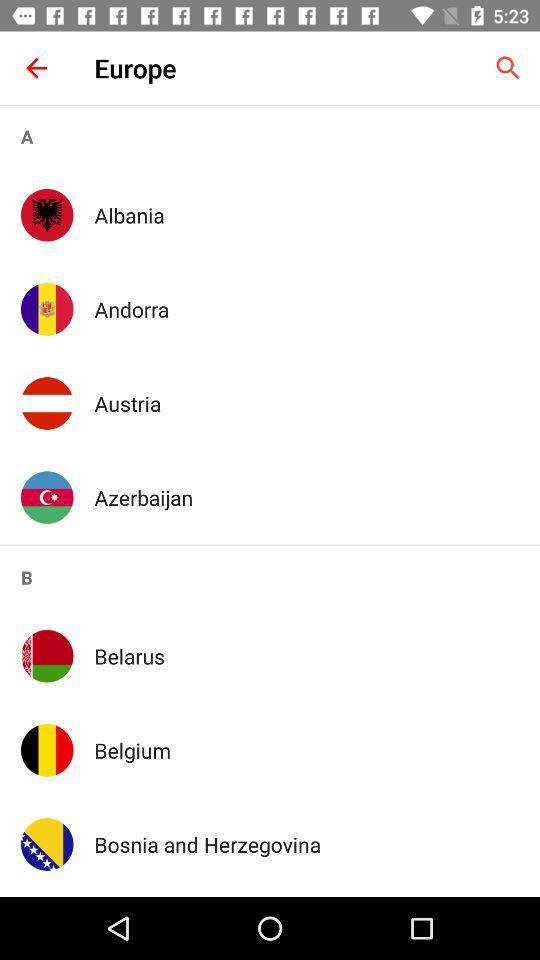 The width and height of the screenshot is (540, 960). Describe the element at coordinates (47, 749) in the screenshot. I see `the app next to belgium icon` at that location.